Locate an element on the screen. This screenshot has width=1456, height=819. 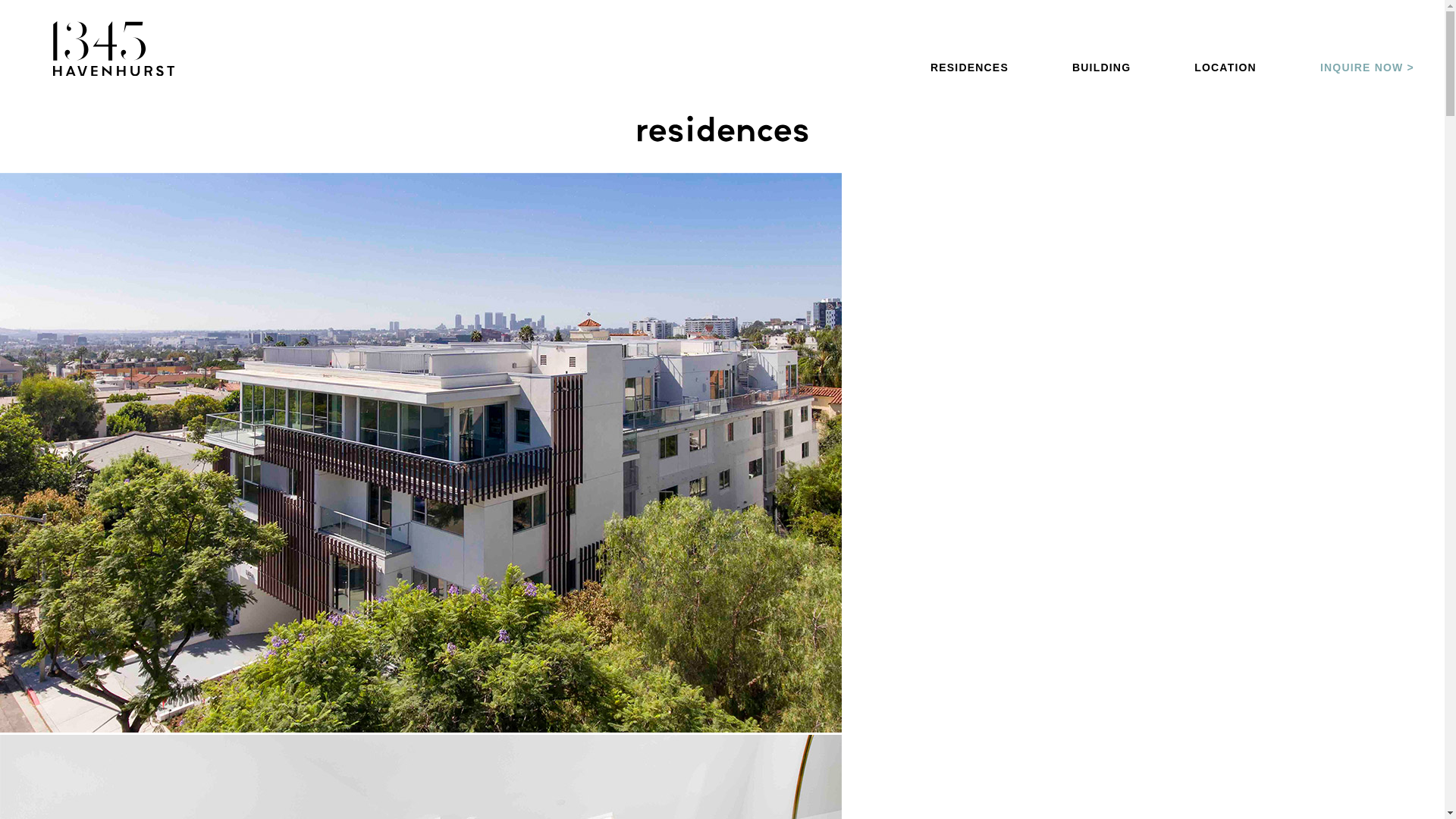
'BUILDING' is located at coordinates (1072, 66).